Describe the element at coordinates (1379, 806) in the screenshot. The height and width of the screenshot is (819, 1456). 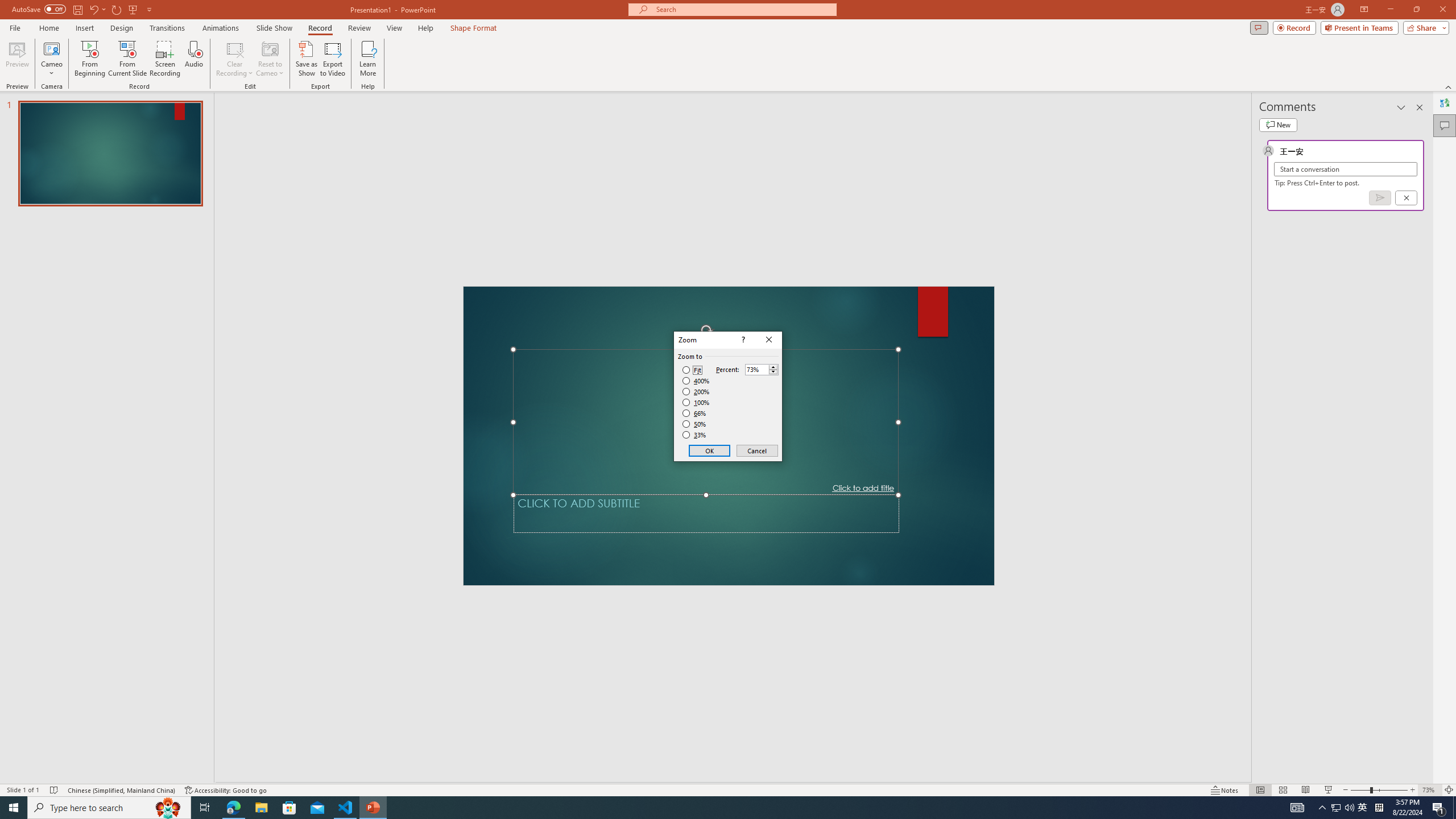
I see `'Tray Input Indicator - Chinese (Simplified, China)'` at that location.